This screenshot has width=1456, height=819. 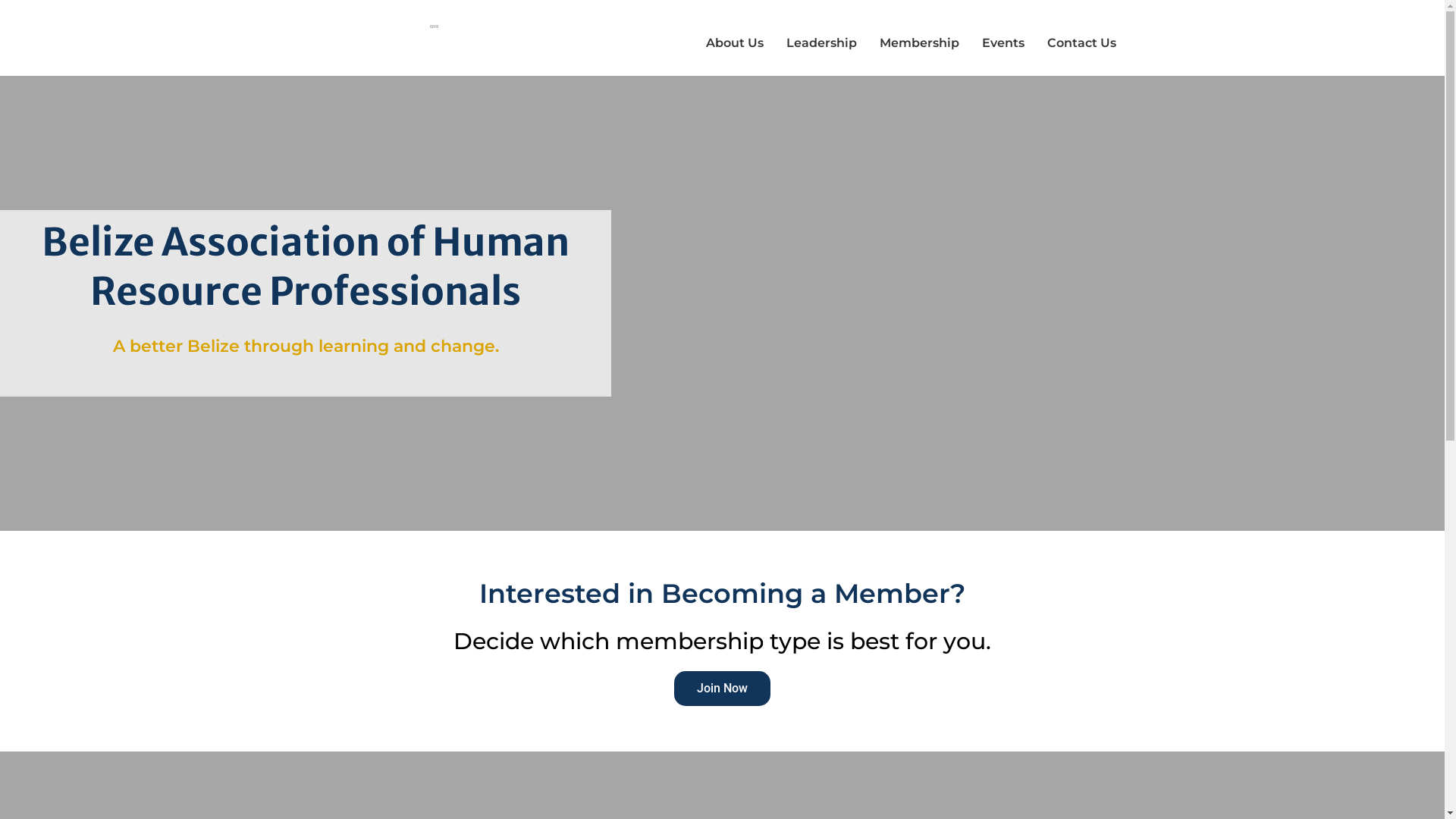 I want to click on 'About Us', so click(x=735, y=42).